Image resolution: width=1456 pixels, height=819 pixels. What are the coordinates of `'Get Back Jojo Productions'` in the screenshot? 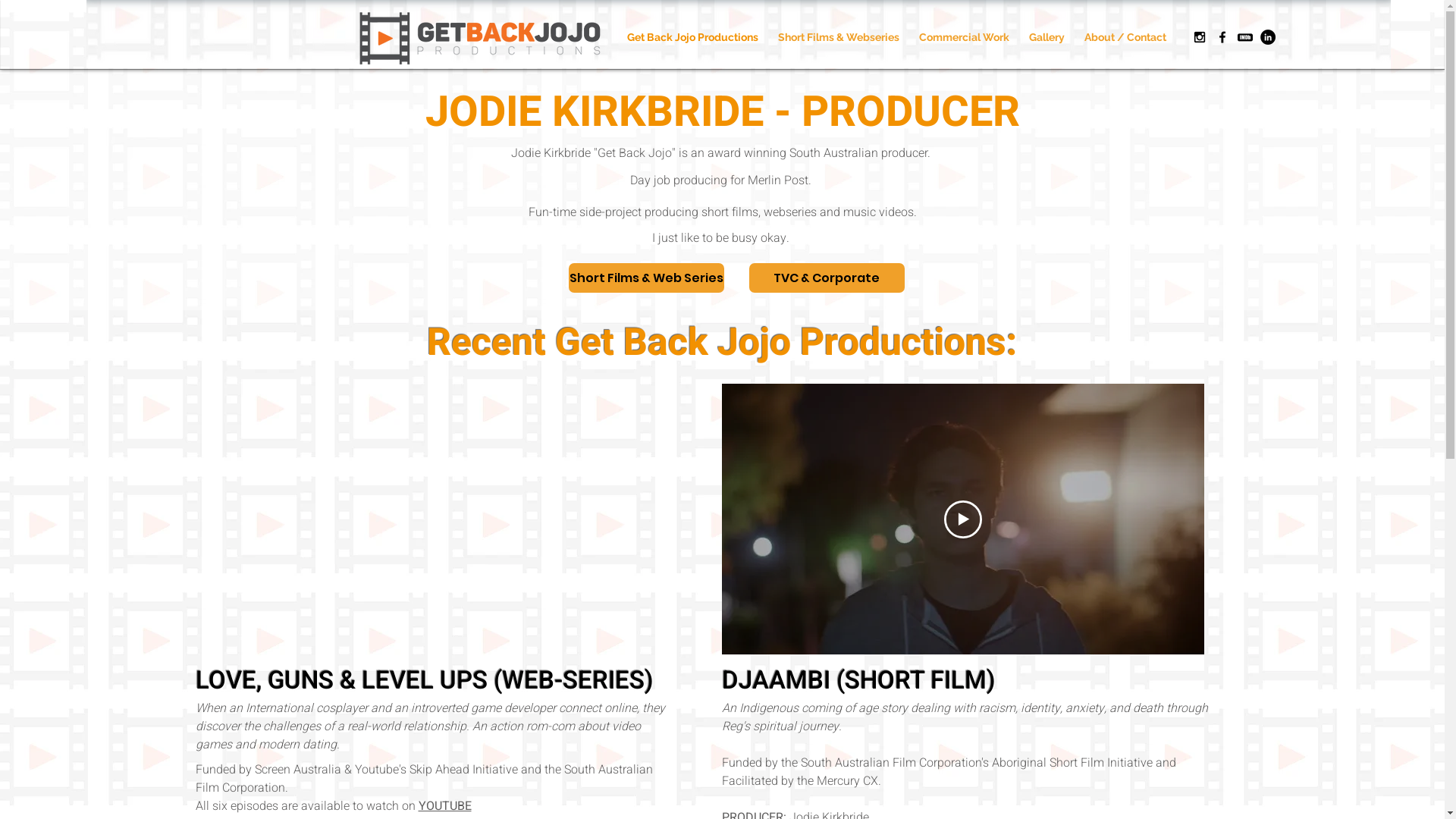 It's located at (692, 36).